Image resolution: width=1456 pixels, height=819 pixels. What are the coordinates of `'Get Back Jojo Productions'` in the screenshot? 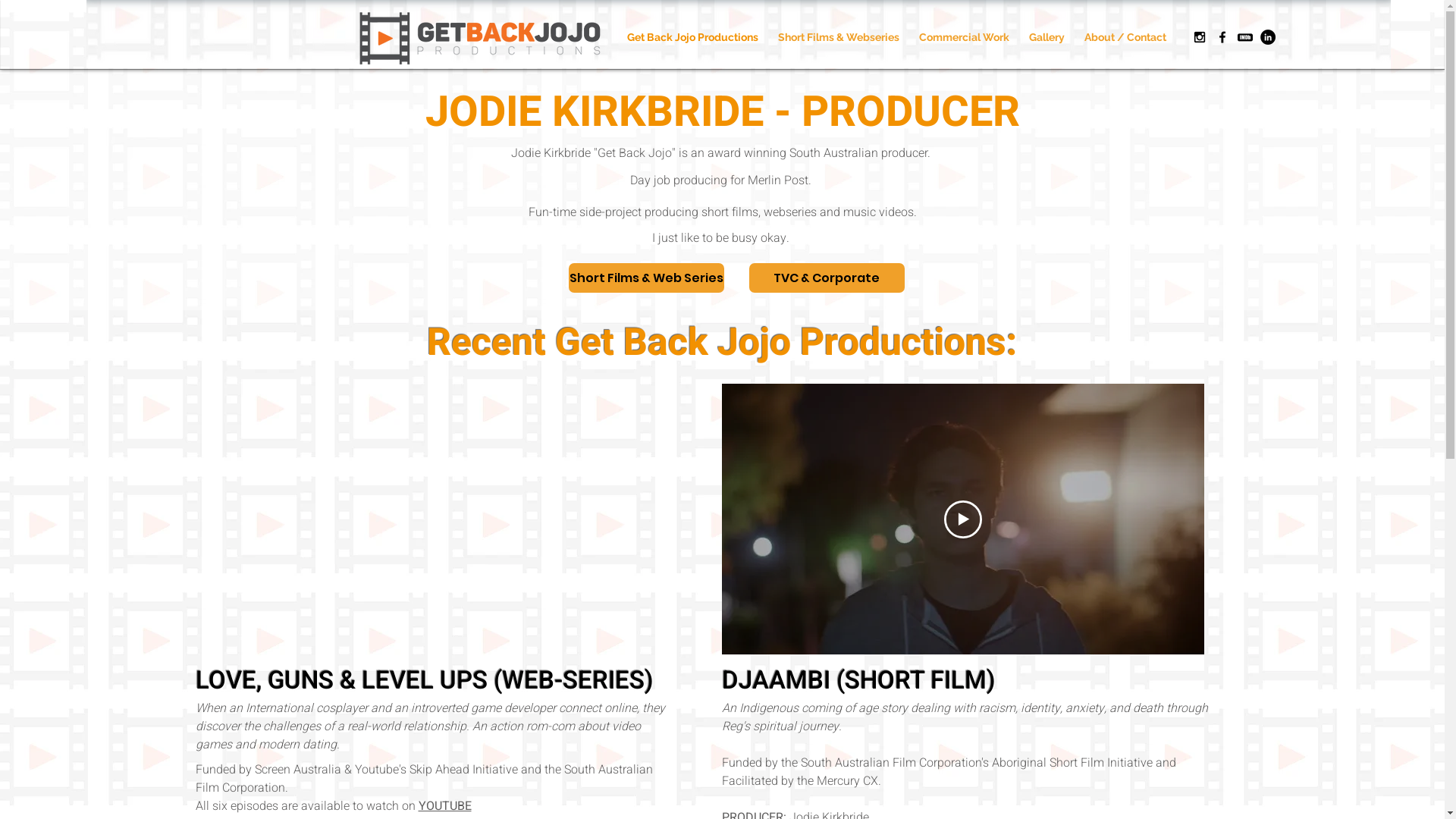 It's located at (692, 36).